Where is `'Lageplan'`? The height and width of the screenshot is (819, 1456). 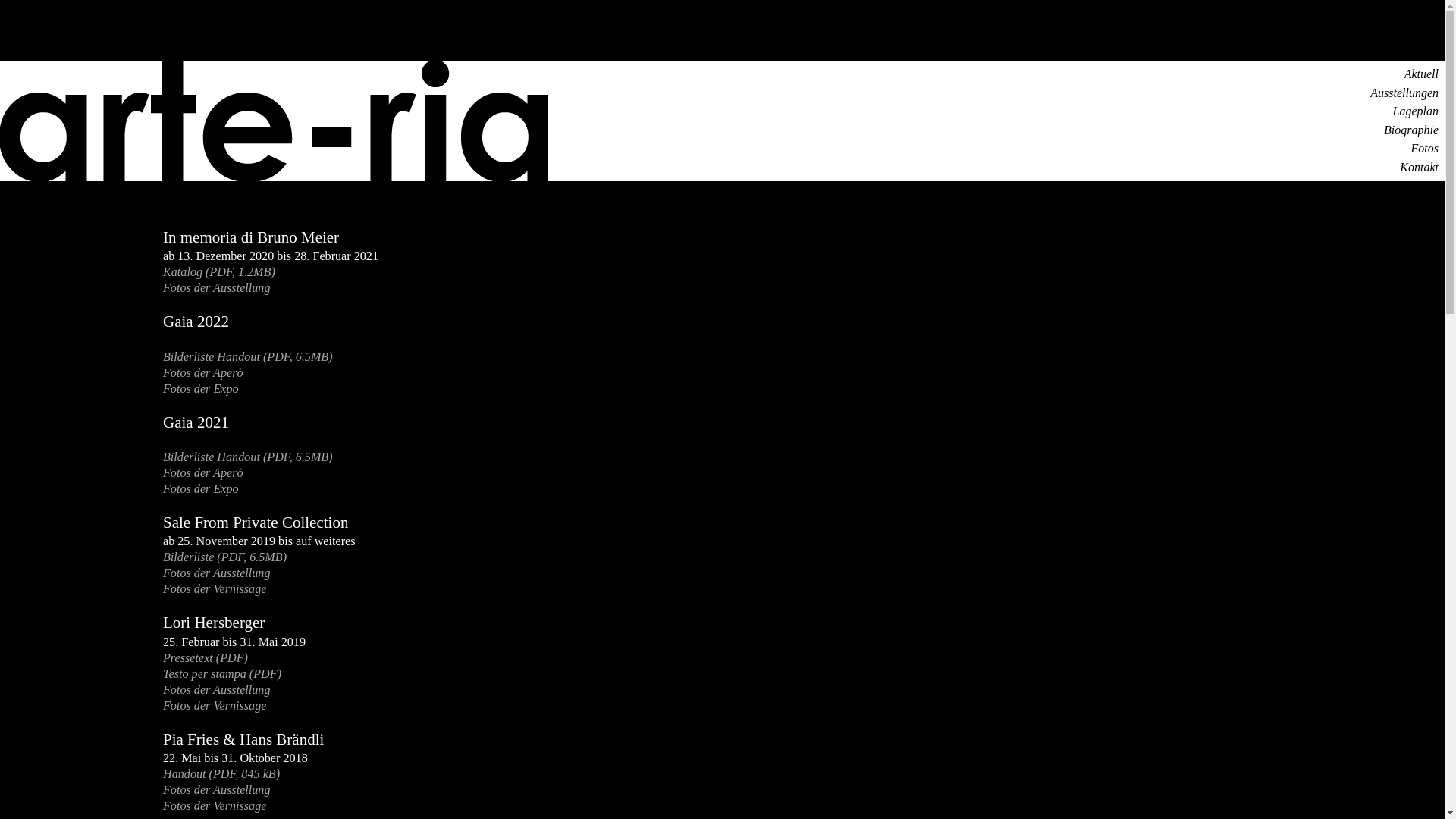
'Lageplan' is located at coordinates (1415, 110).